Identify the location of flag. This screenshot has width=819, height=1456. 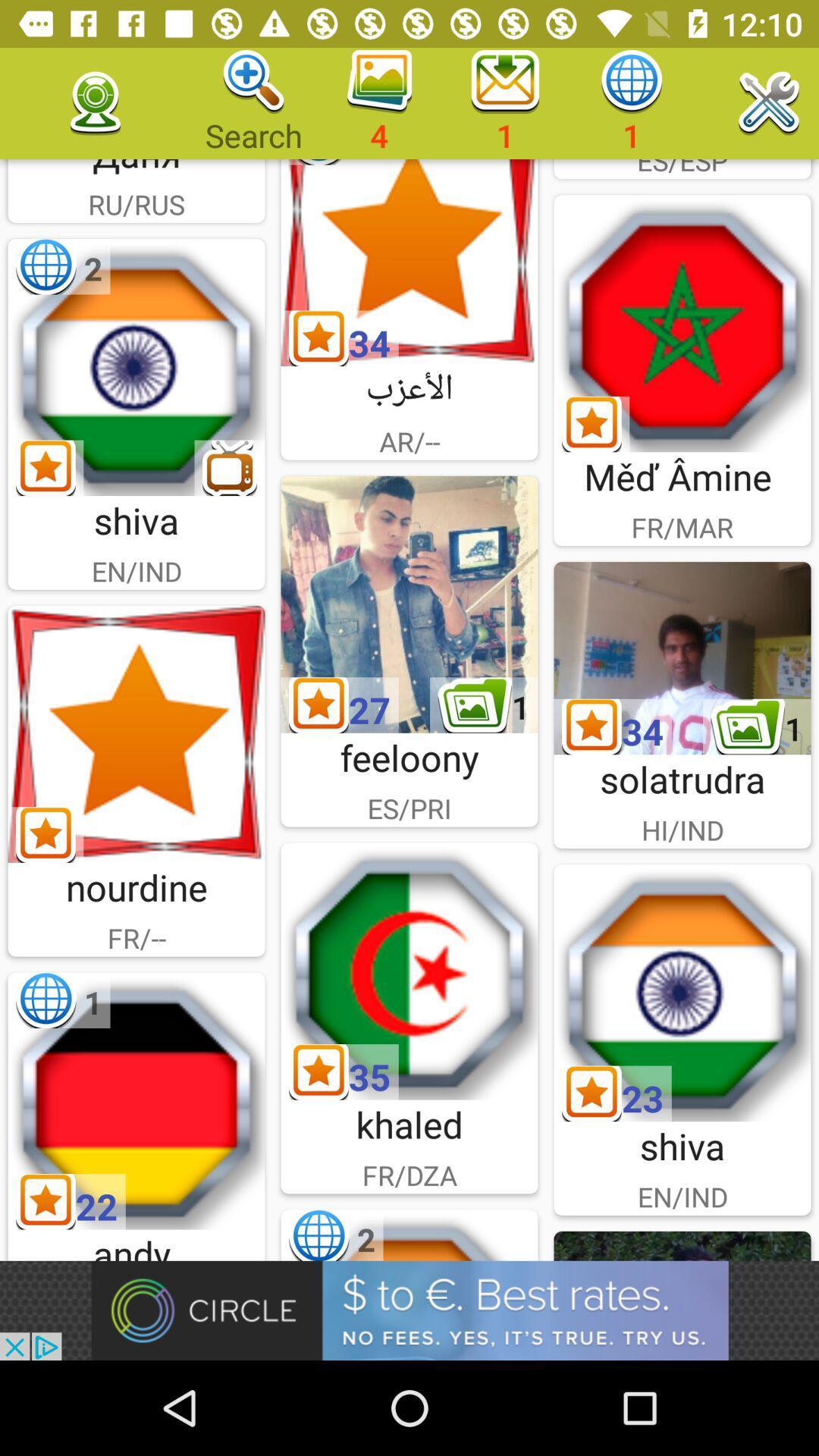
(409, 971).